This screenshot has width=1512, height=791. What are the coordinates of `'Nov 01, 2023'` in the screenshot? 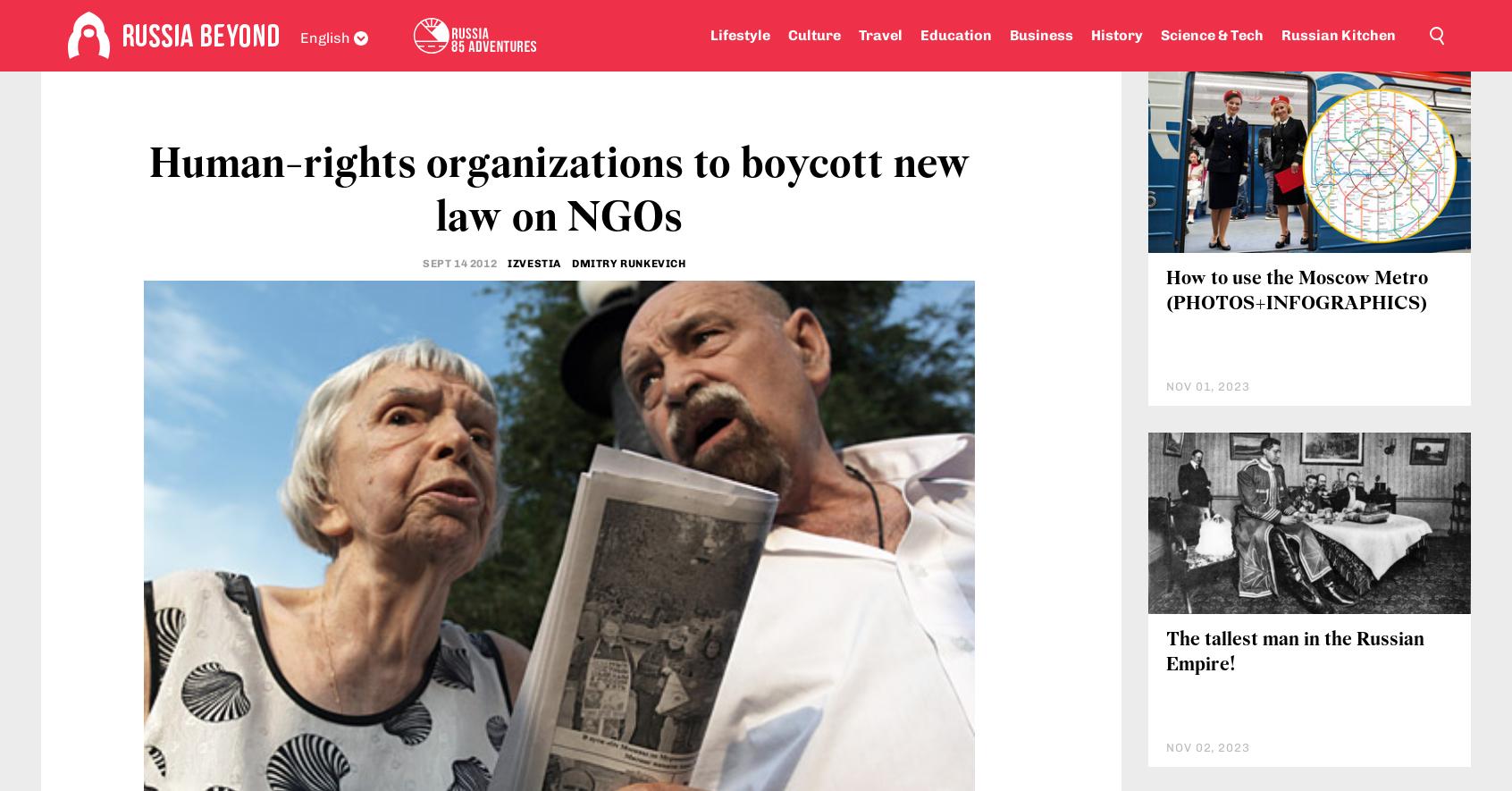 It's located at (1207, 492).